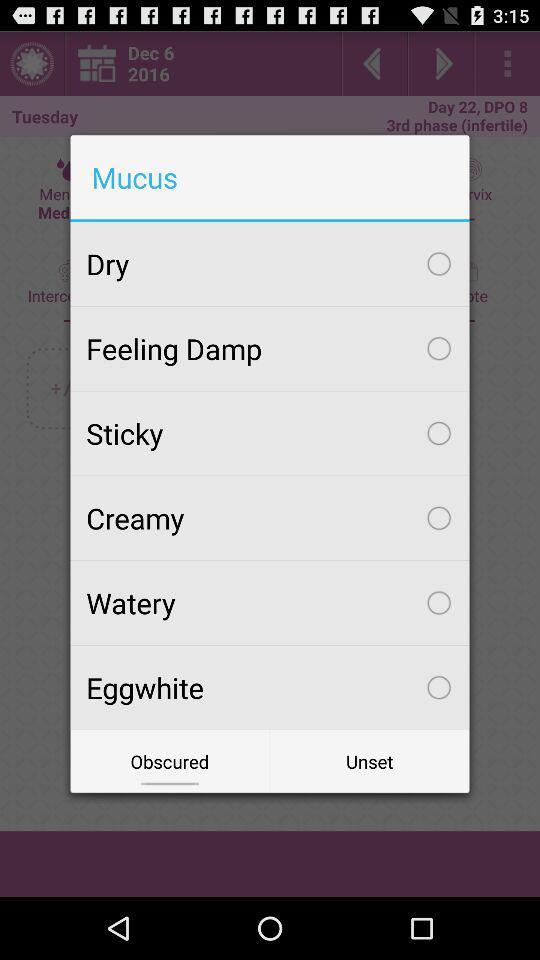 This screenshot has height=960, width=540. I want to click on item above the eggwhite checkbox, so click(270, 601).